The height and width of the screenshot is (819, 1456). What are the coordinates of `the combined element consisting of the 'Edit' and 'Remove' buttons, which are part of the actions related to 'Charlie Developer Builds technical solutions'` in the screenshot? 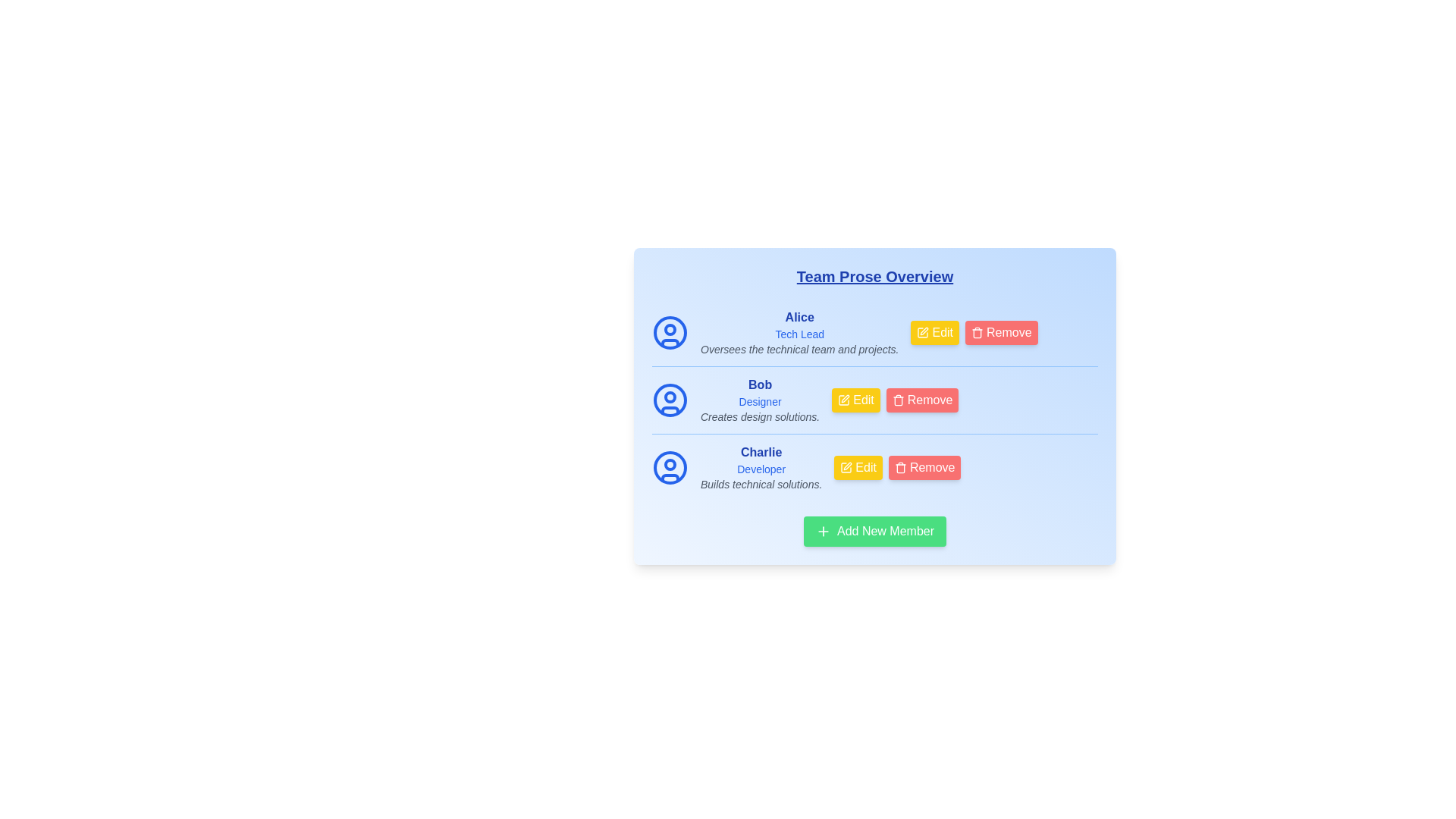 It's located at (897, 467).